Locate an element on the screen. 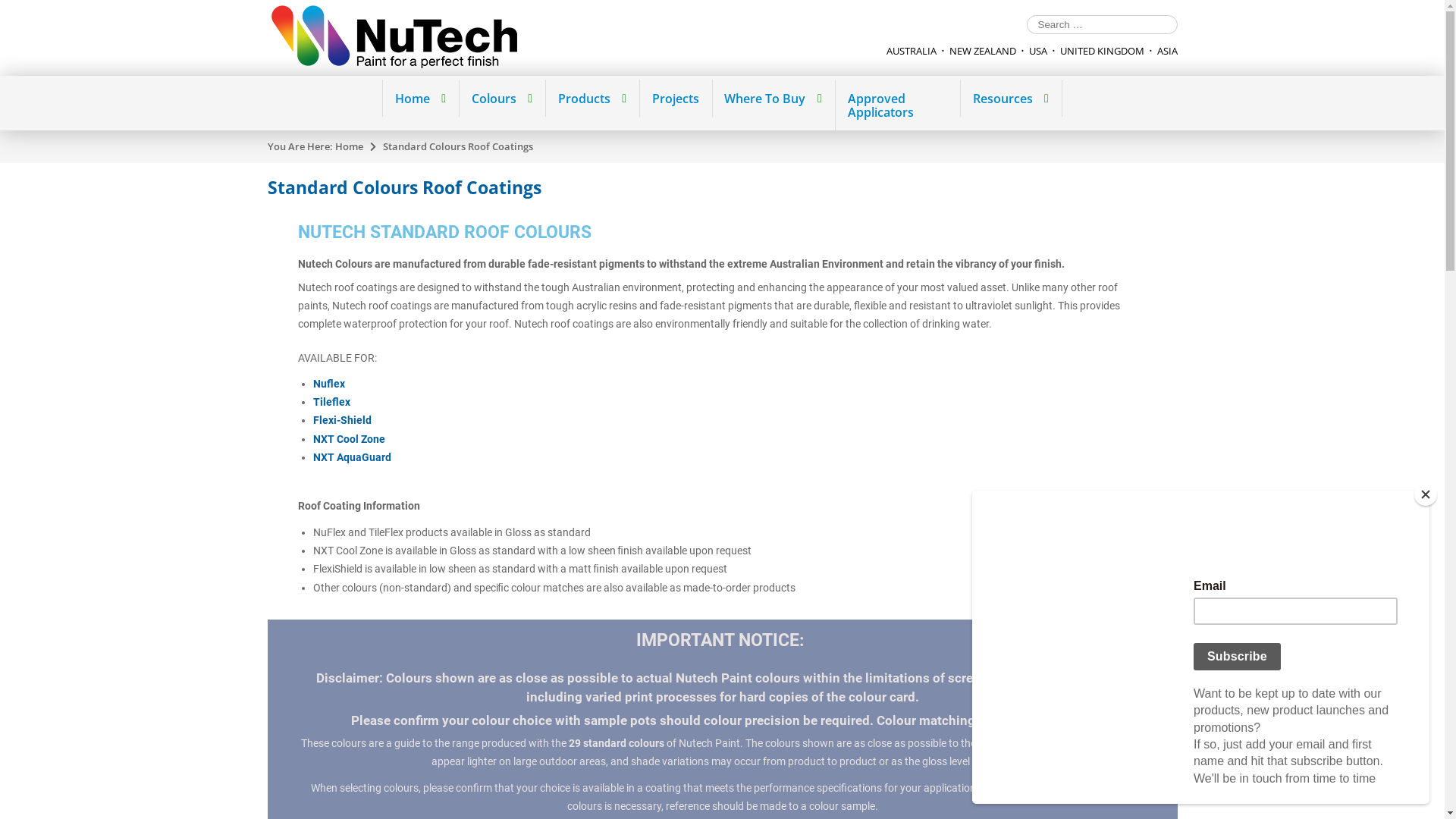 The image size is (1456, 819). 'AUSTRALIA' is located at coordinates (910, 49).